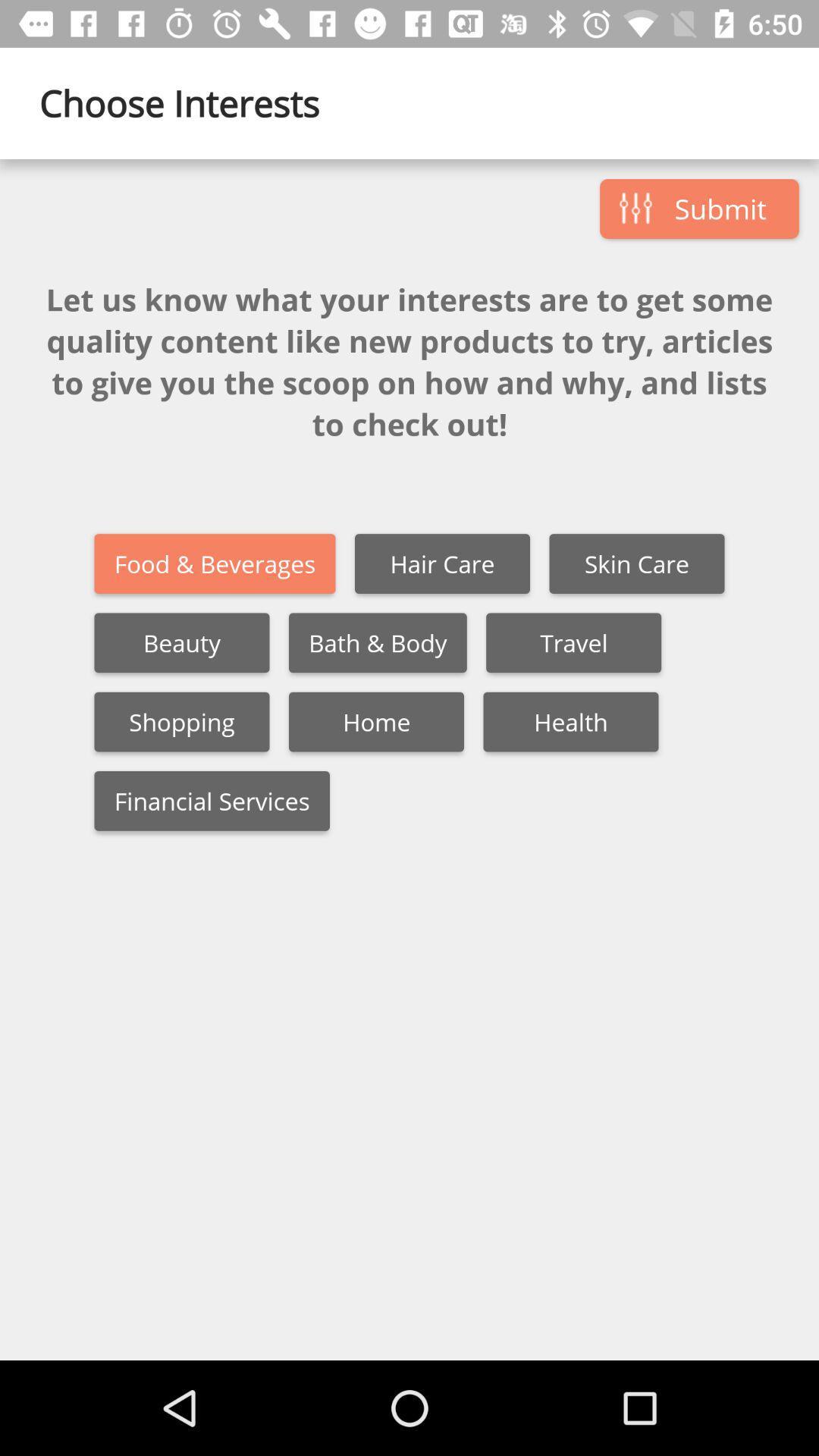  What do you see at coordinates (212, 800) in the screenshot?
I see `the financial services icon` at bounding box center [212, 800].